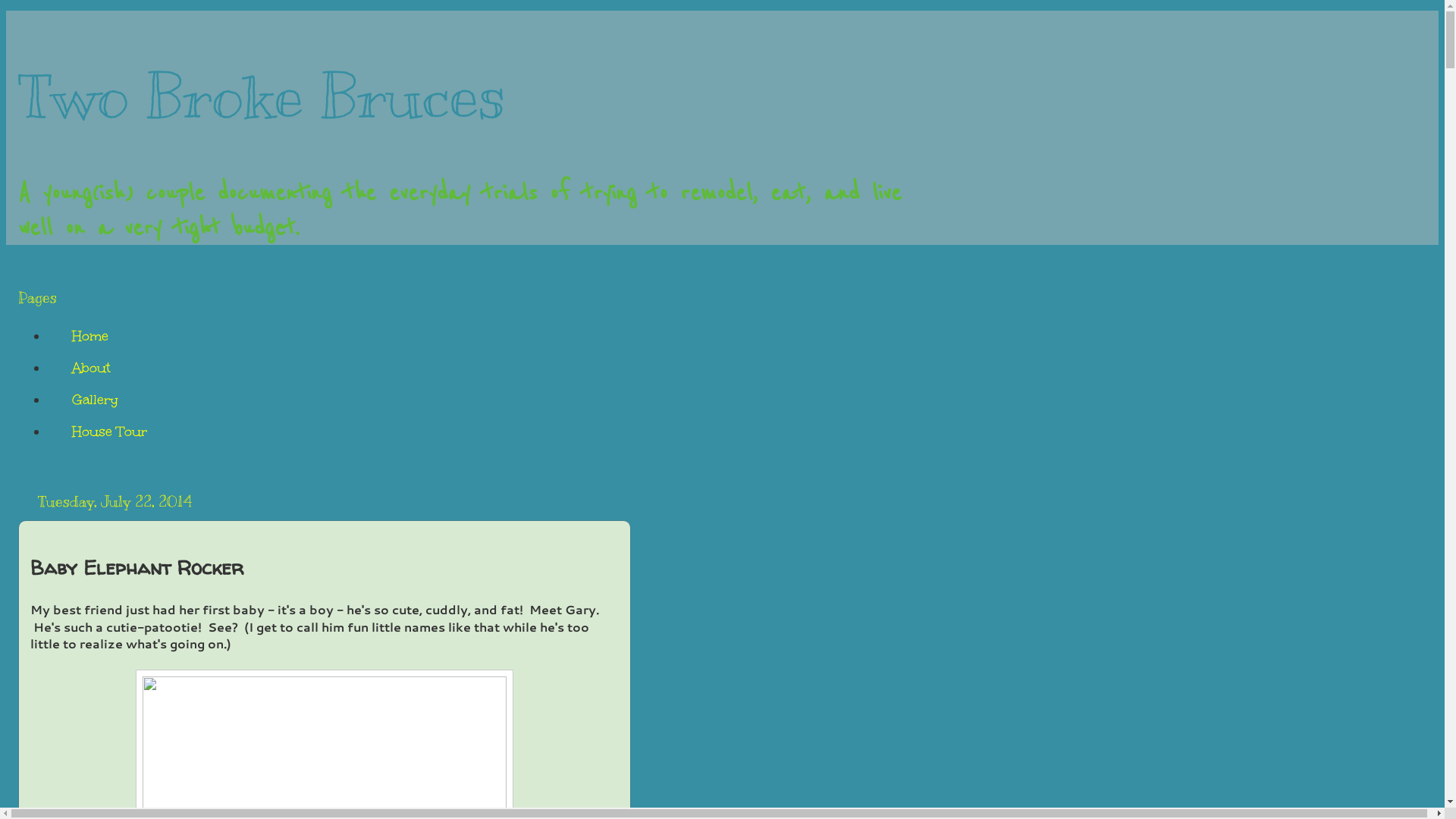  Describe the element at coordinates (48, 431) in the screenshot. I see `'House Tour'` at that location.